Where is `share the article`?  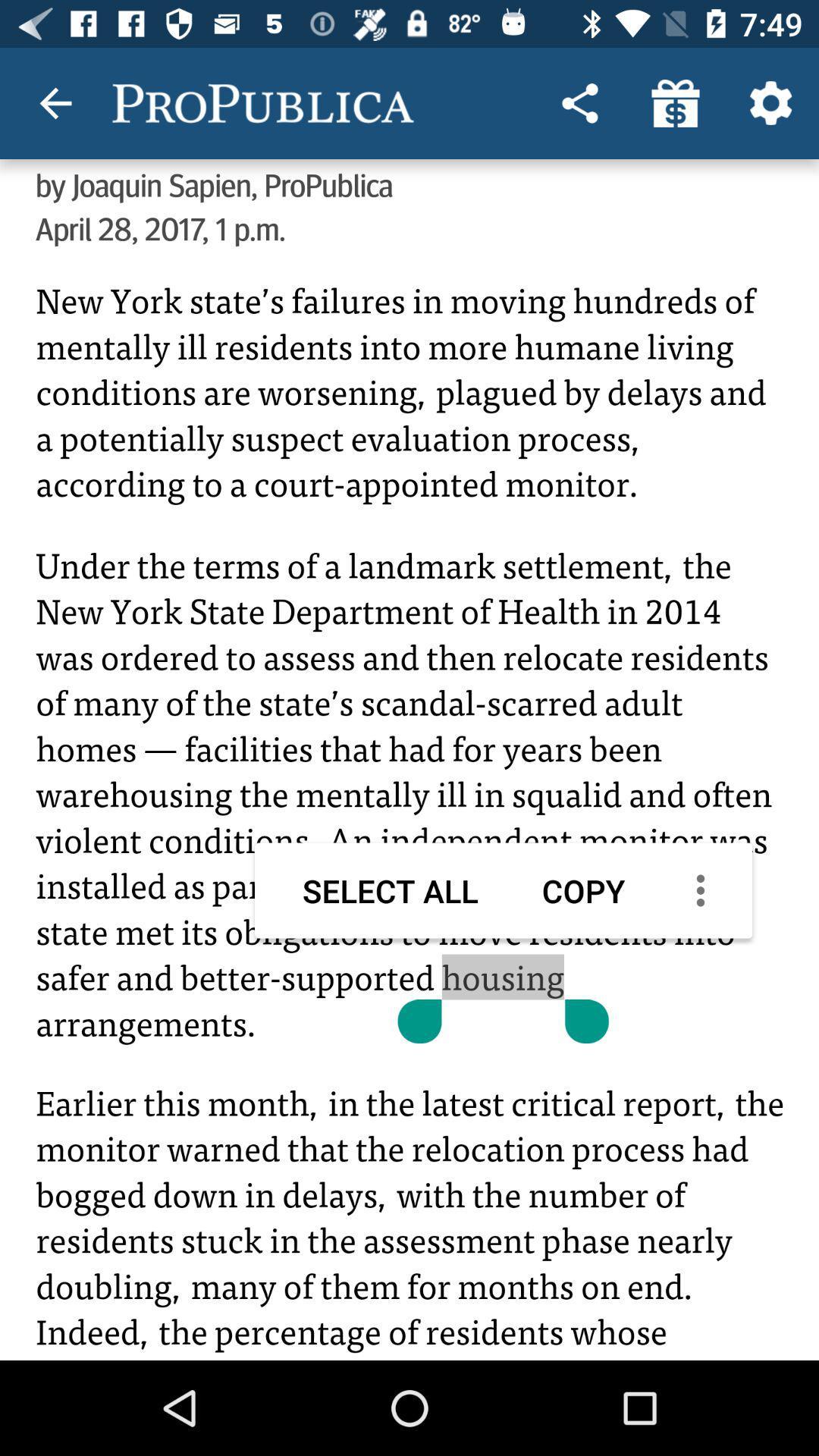
share the article is located at coordinates (409, 804).